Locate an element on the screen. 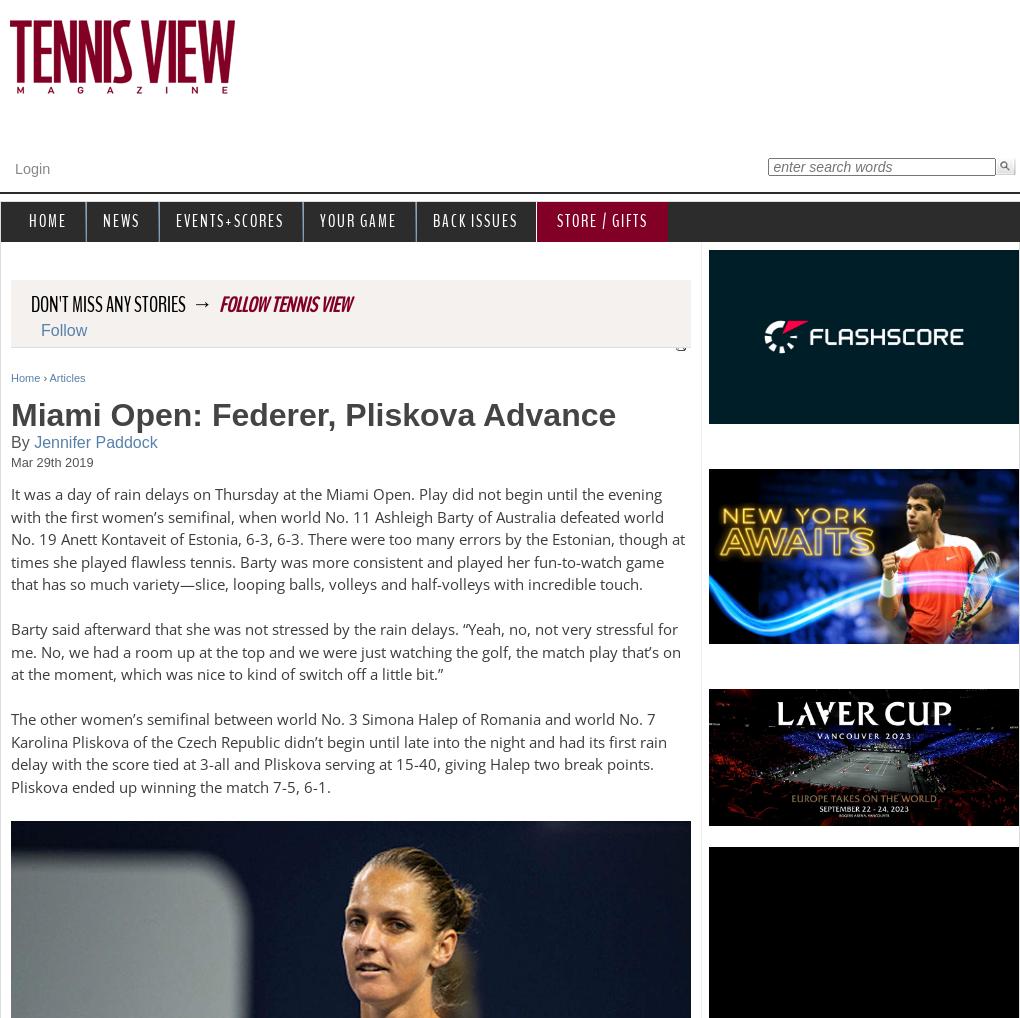  'Follow Tennis View' is located at coordinates (283, 304).